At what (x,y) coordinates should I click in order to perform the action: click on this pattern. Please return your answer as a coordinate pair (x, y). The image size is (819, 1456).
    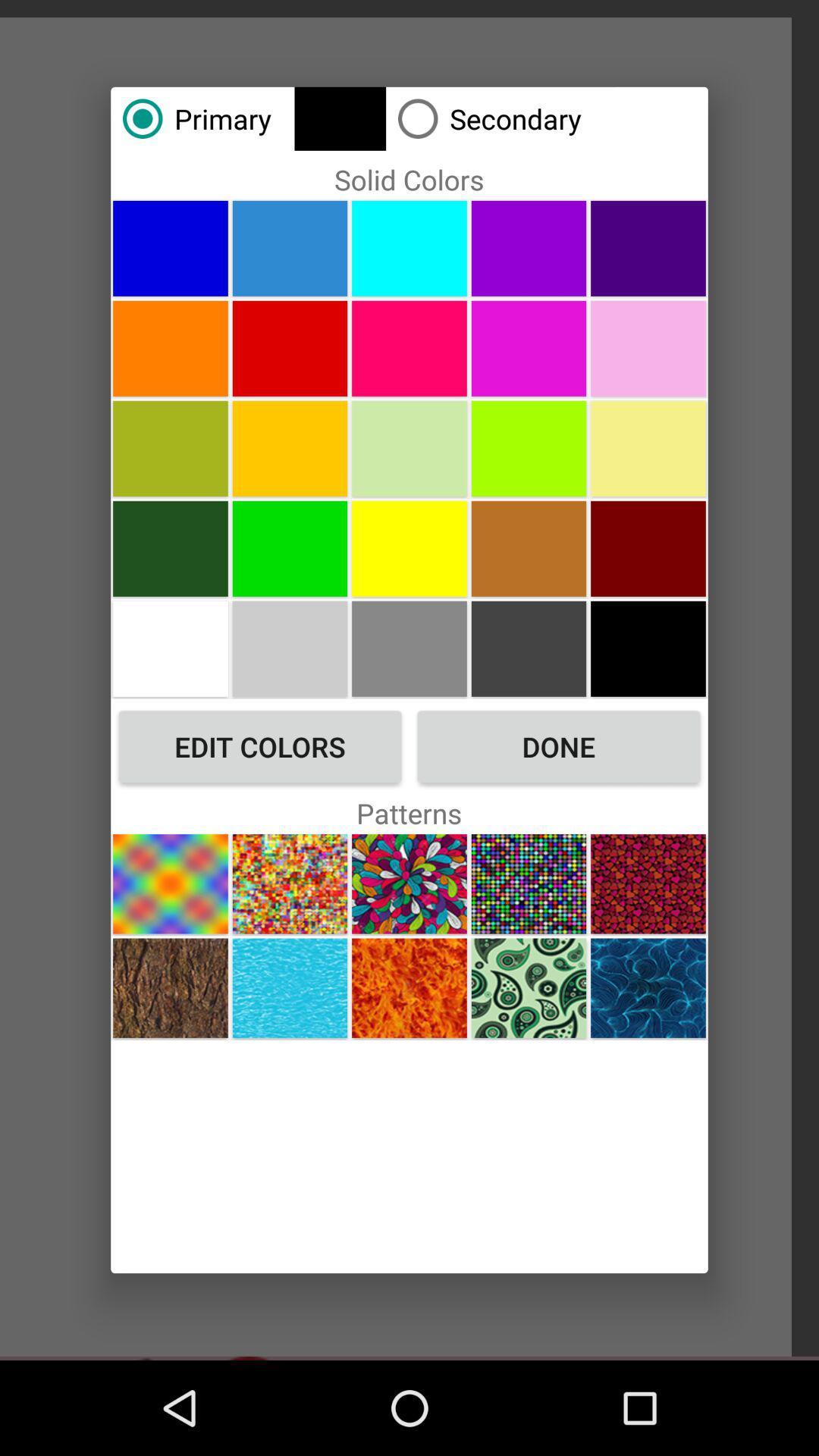
    Looking at the image, I should click on (528, 988).